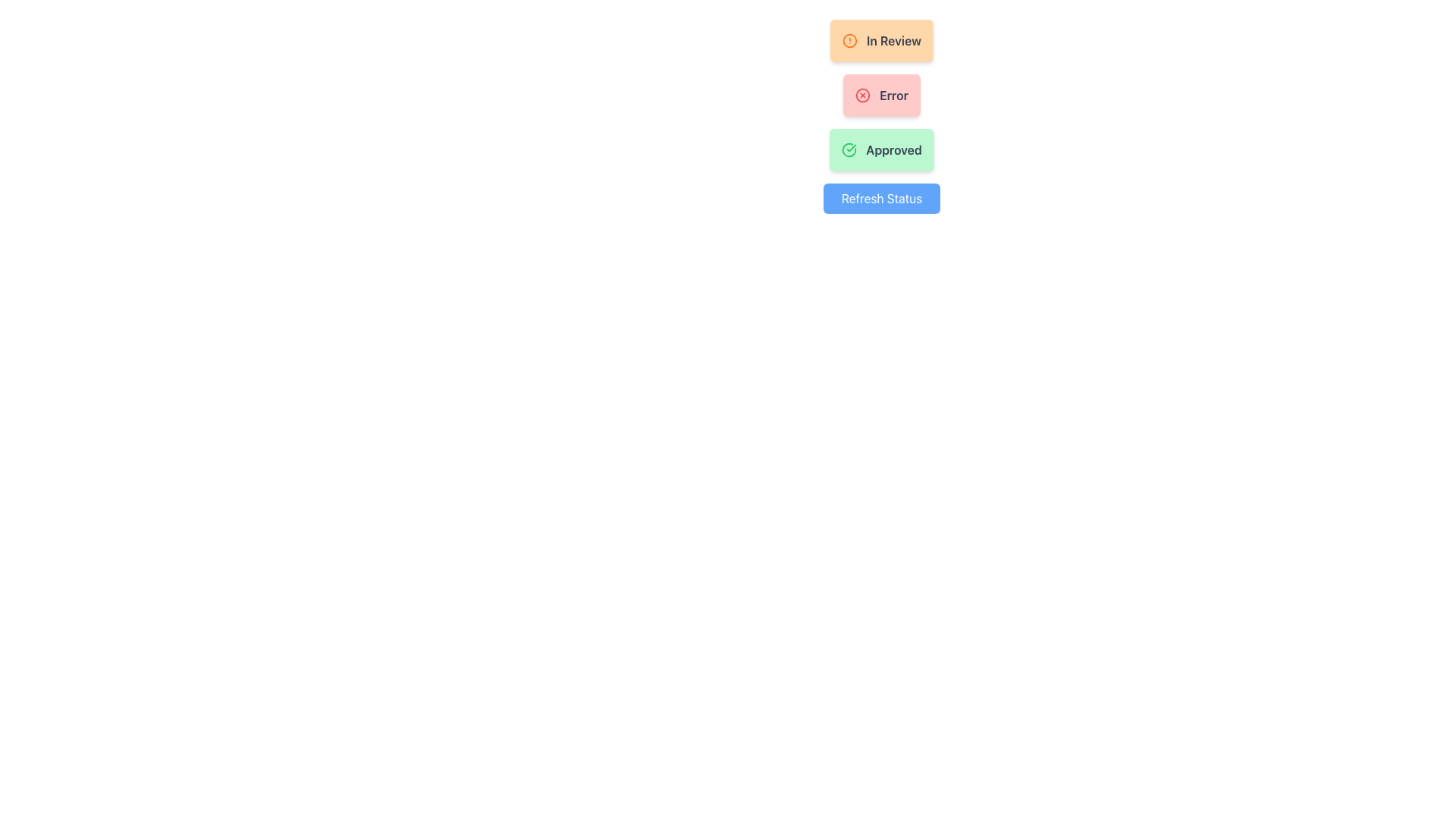  I want to click on the refresh button located directly below the 'Approved' button to refresh the status information of the application, so click(881, 198).